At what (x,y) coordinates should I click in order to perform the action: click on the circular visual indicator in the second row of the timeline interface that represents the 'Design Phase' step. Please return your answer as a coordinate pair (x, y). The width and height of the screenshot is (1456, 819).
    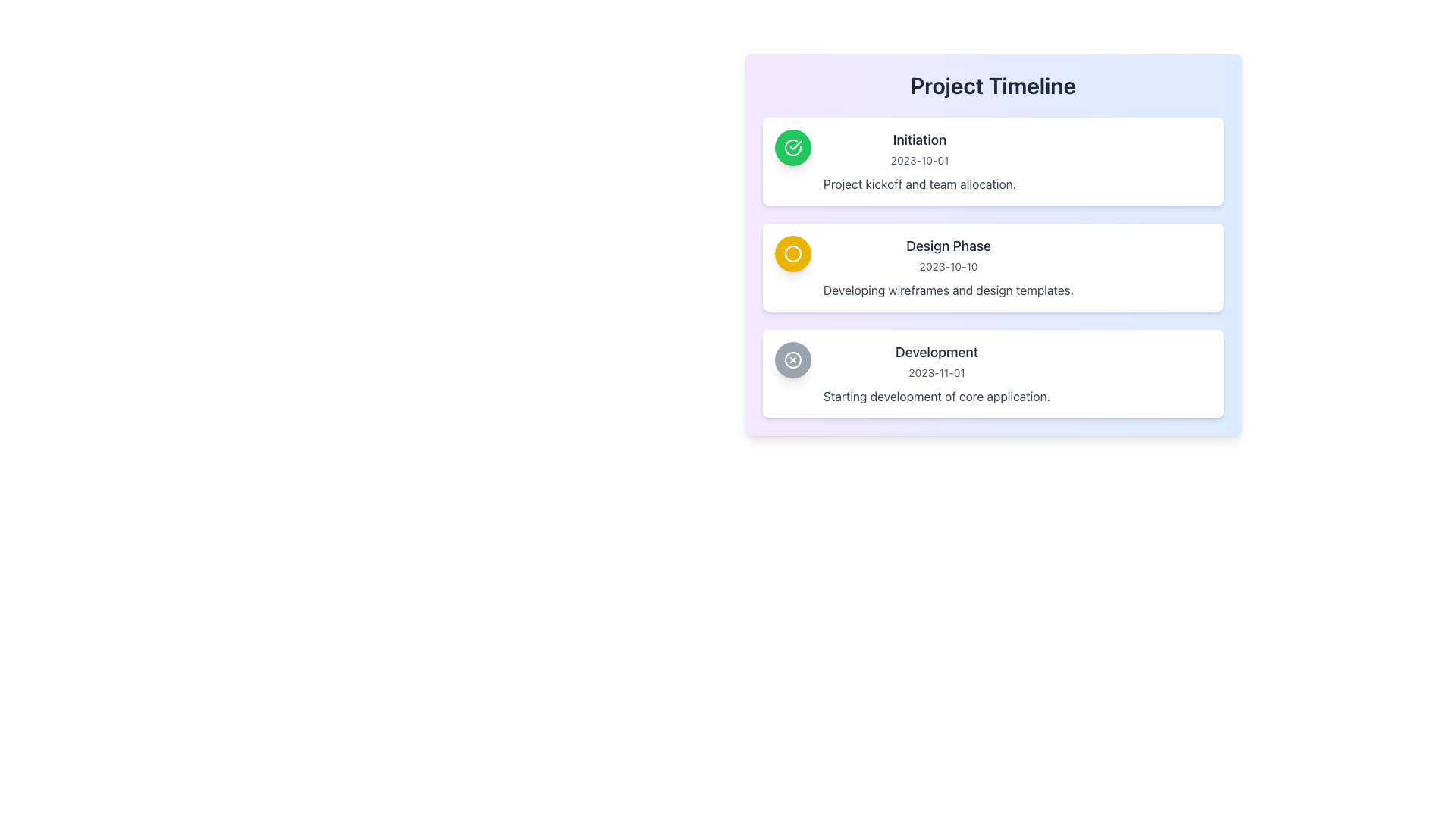
    Looking at the image, I should click on (792, 253).